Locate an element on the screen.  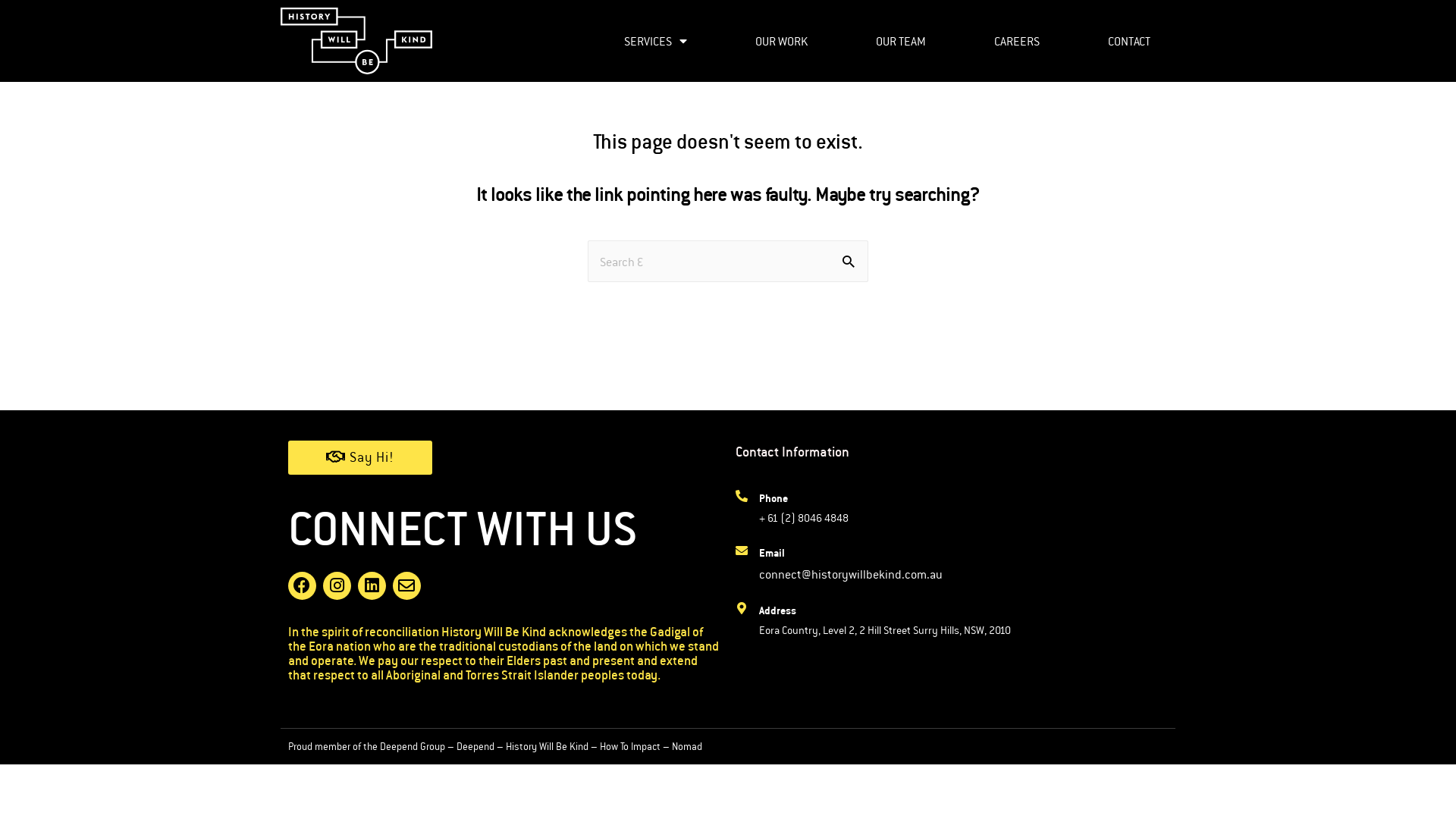
'OUR TEAM' is located at coordinates (900, 40).